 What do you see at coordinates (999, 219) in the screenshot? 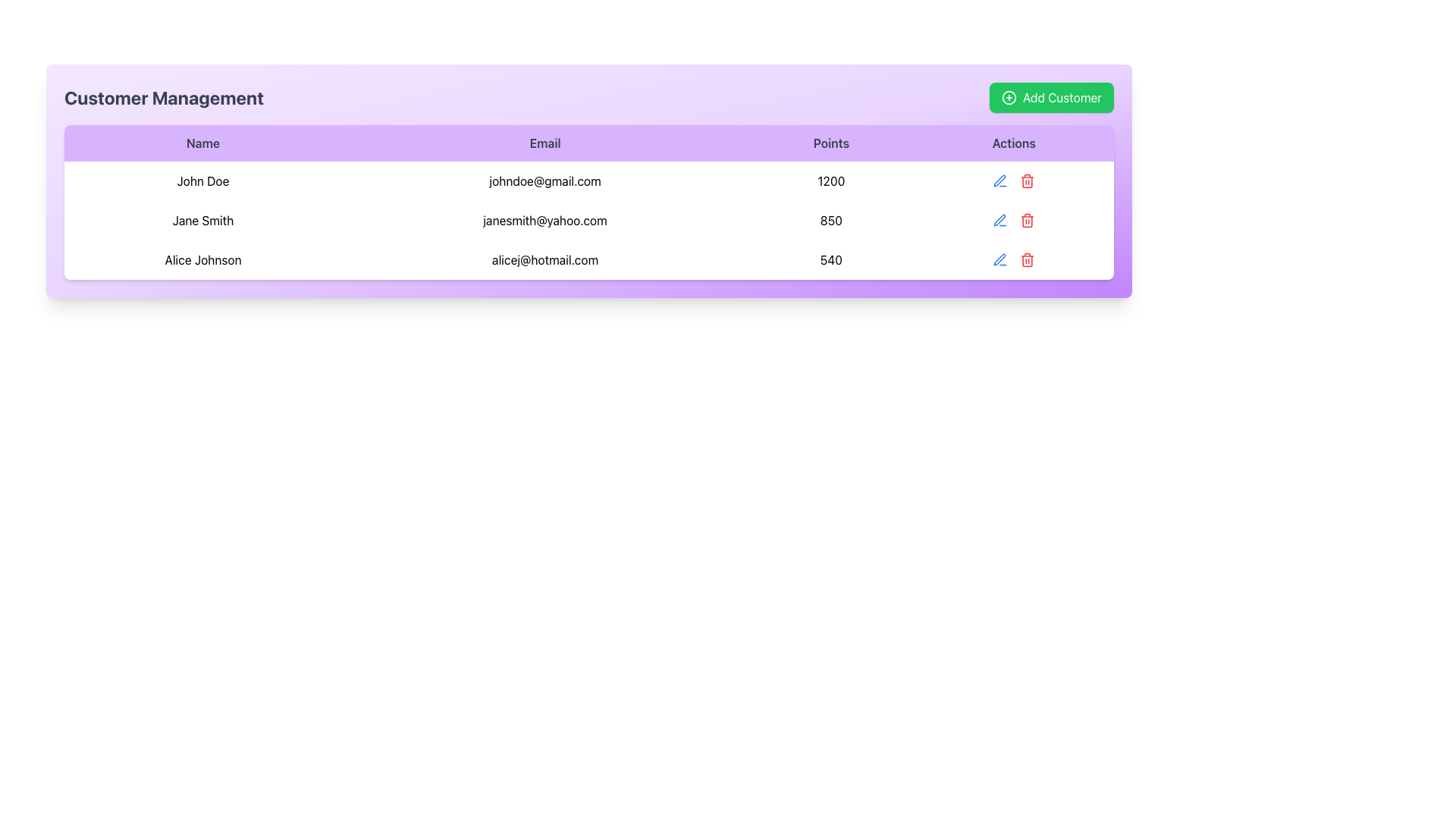
I see `the edit icon located in the 'Actions' column of the second row associated with 'Jane Smith'` at bounding box center [999, 219].